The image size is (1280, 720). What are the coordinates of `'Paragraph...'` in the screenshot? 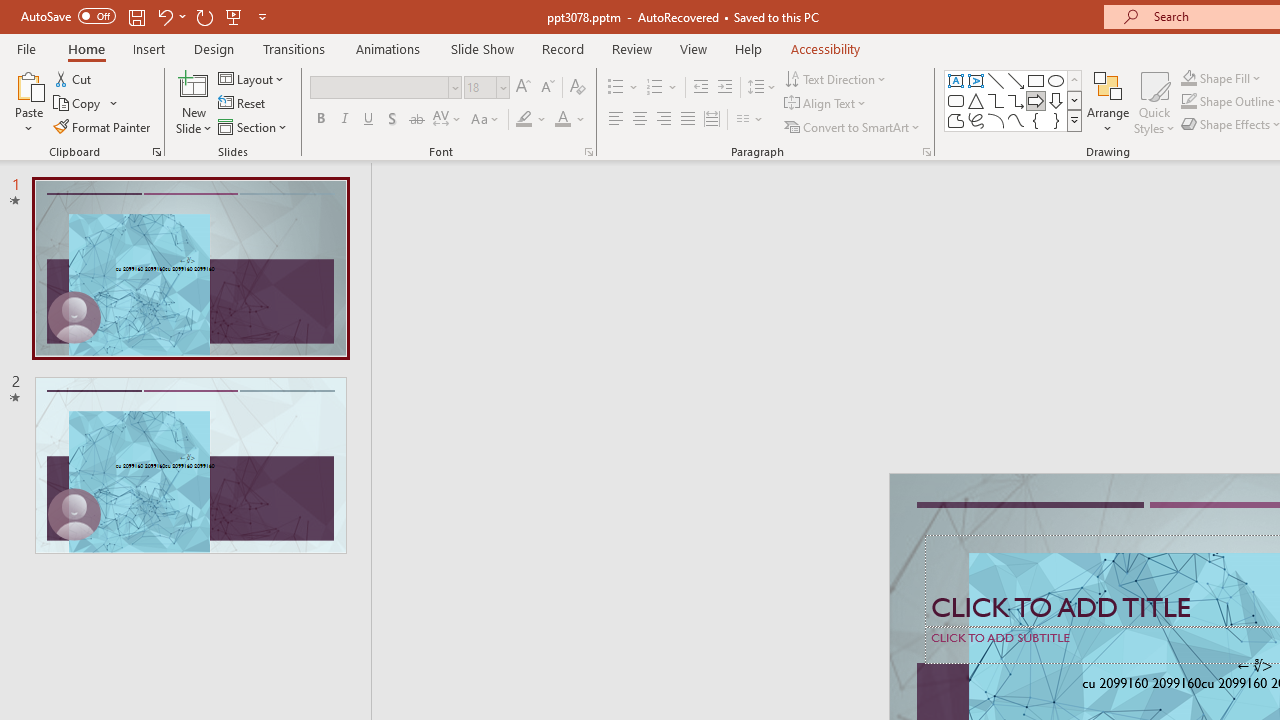 It's located at (925, 150).